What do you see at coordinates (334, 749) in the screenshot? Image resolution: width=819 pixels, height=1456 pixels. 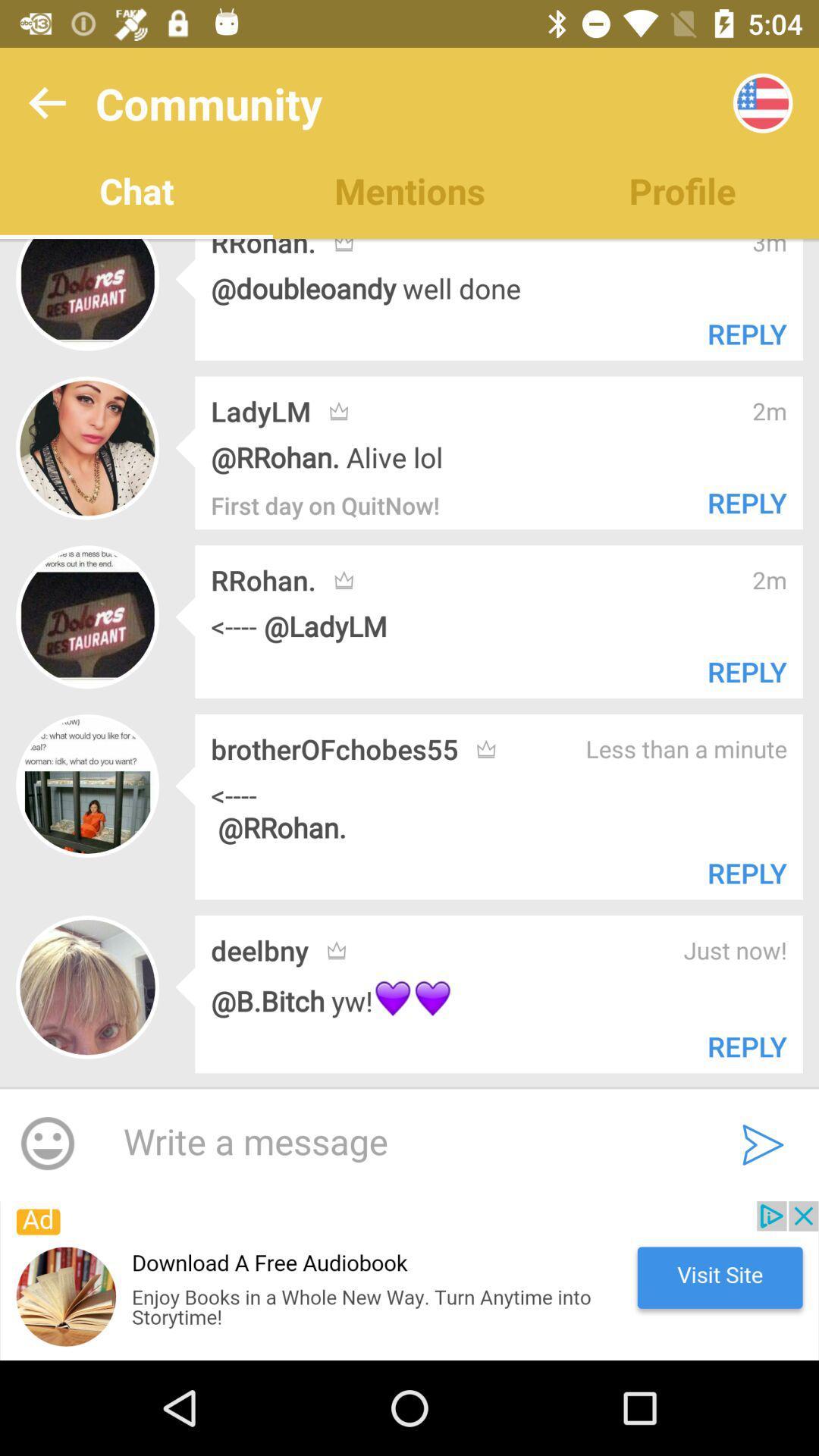 I see `the text which says brotherofchobes55` at bounding box center [334, 749].